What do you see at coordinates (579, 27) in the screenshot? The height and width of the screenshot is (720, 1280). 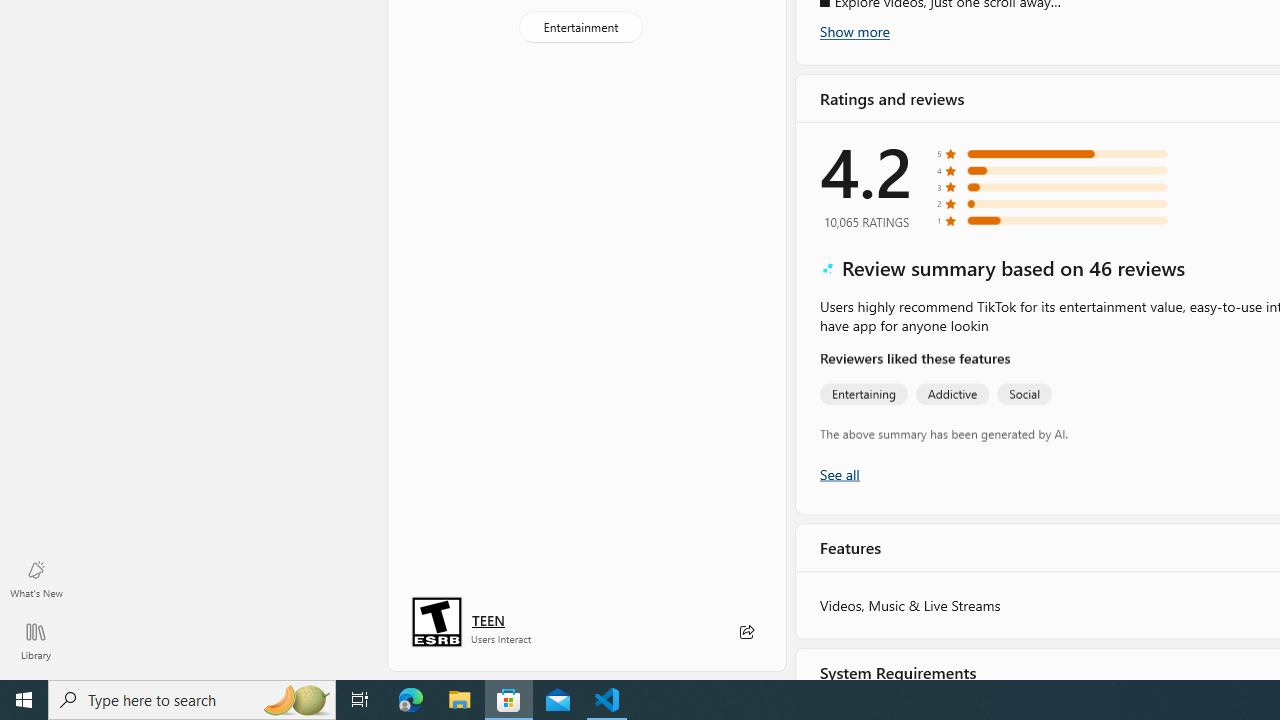 I see `'Entertainment'` at bounding box center [579, 27].